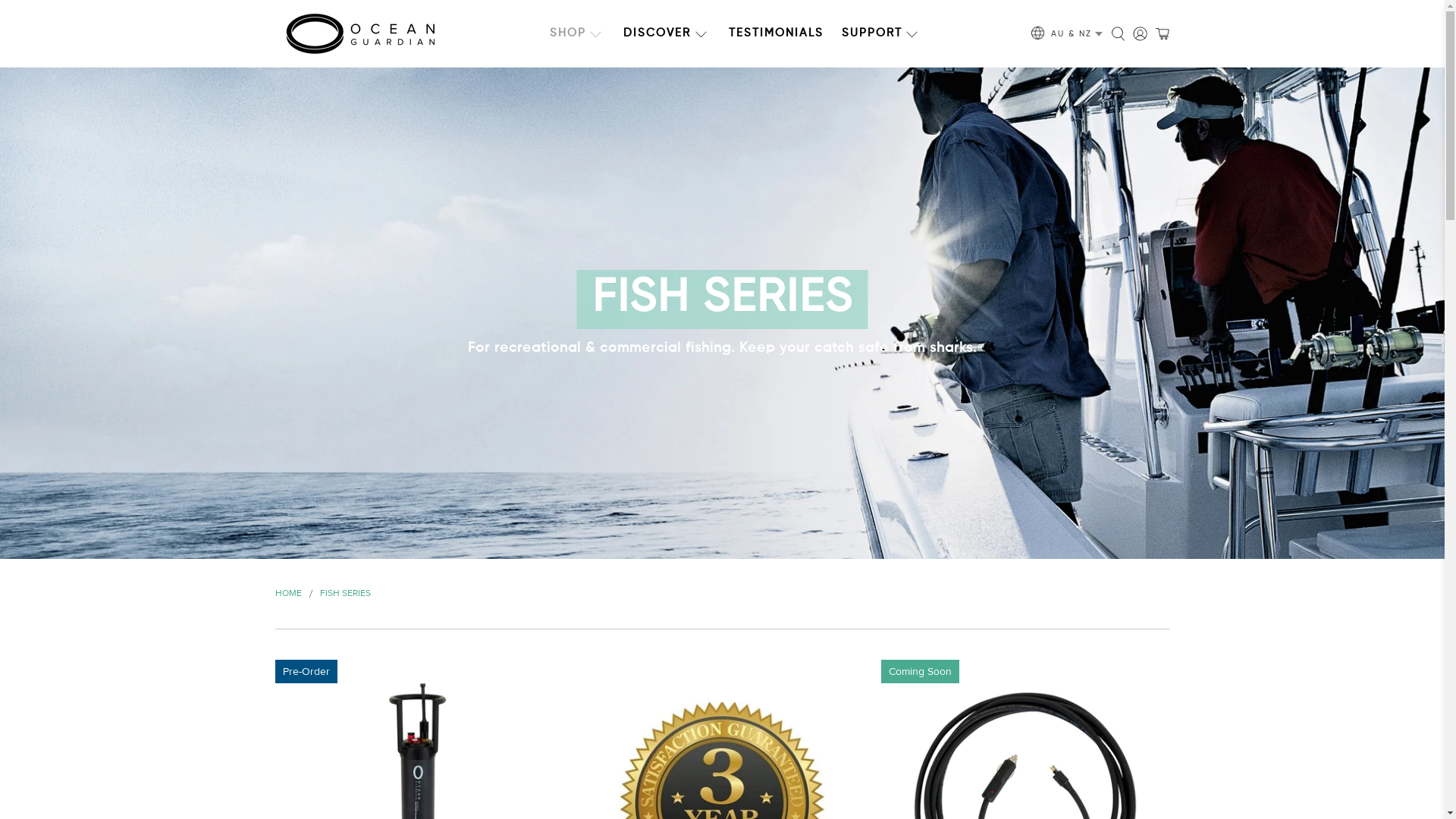 The image size is (1456, 819). What do you see at coordinates (577, 33) in the screenshot?
I see `'SHOP'` at bounding box center [577, 33].